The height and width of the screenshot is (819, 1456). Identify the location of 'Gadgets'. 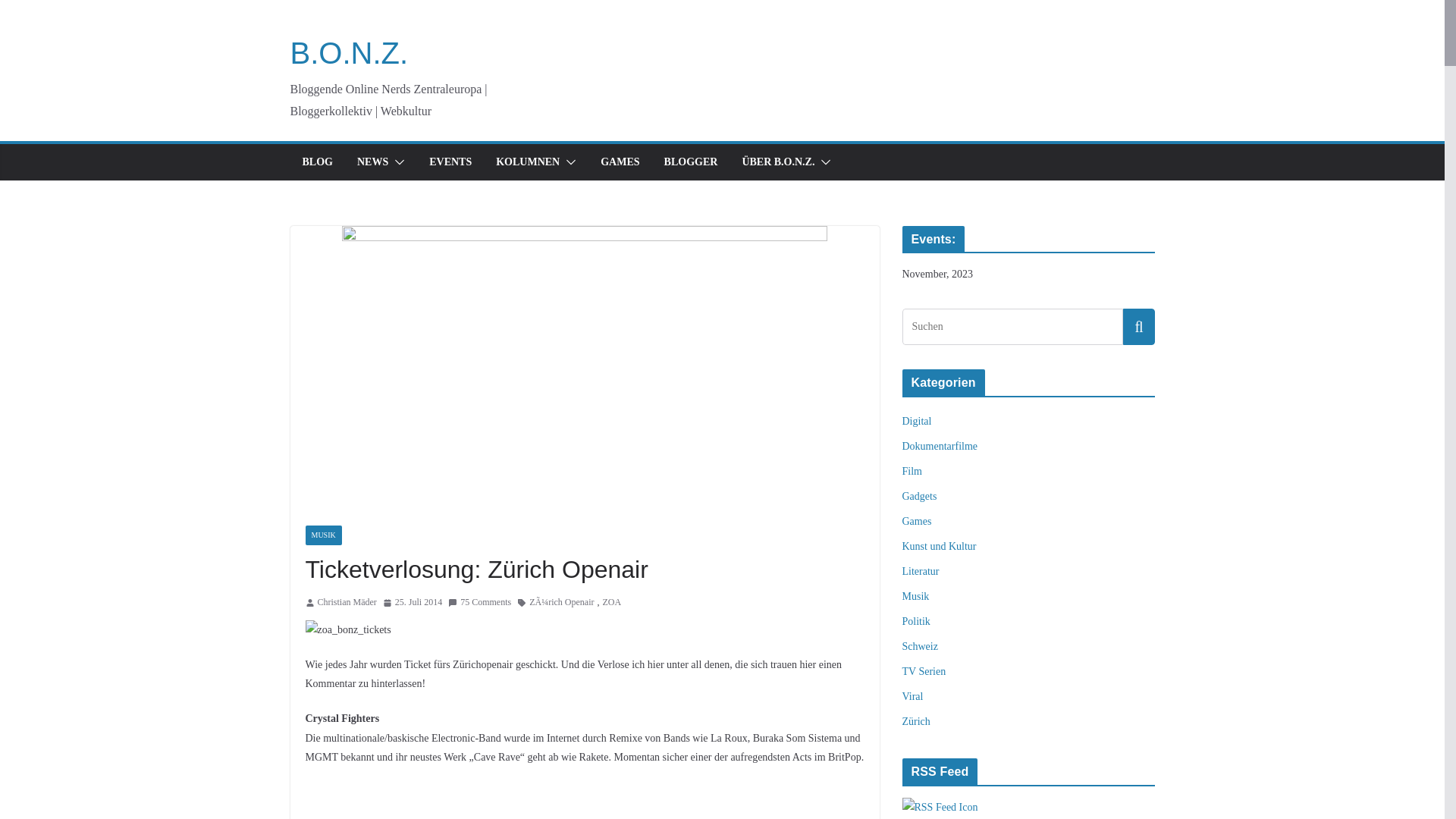
(919, 496).